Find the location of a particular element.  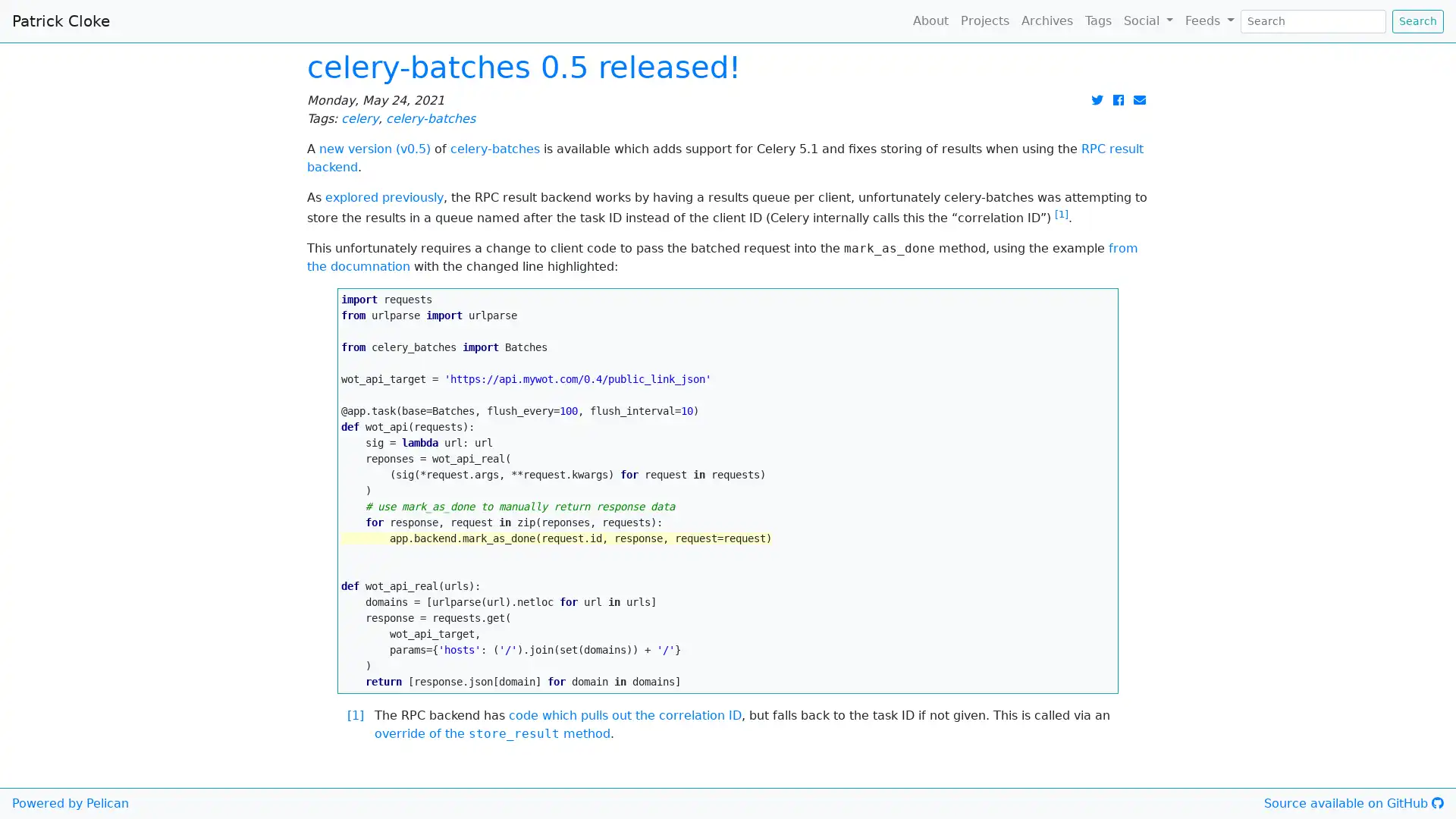

Search is located at coordinates (1417, 20).